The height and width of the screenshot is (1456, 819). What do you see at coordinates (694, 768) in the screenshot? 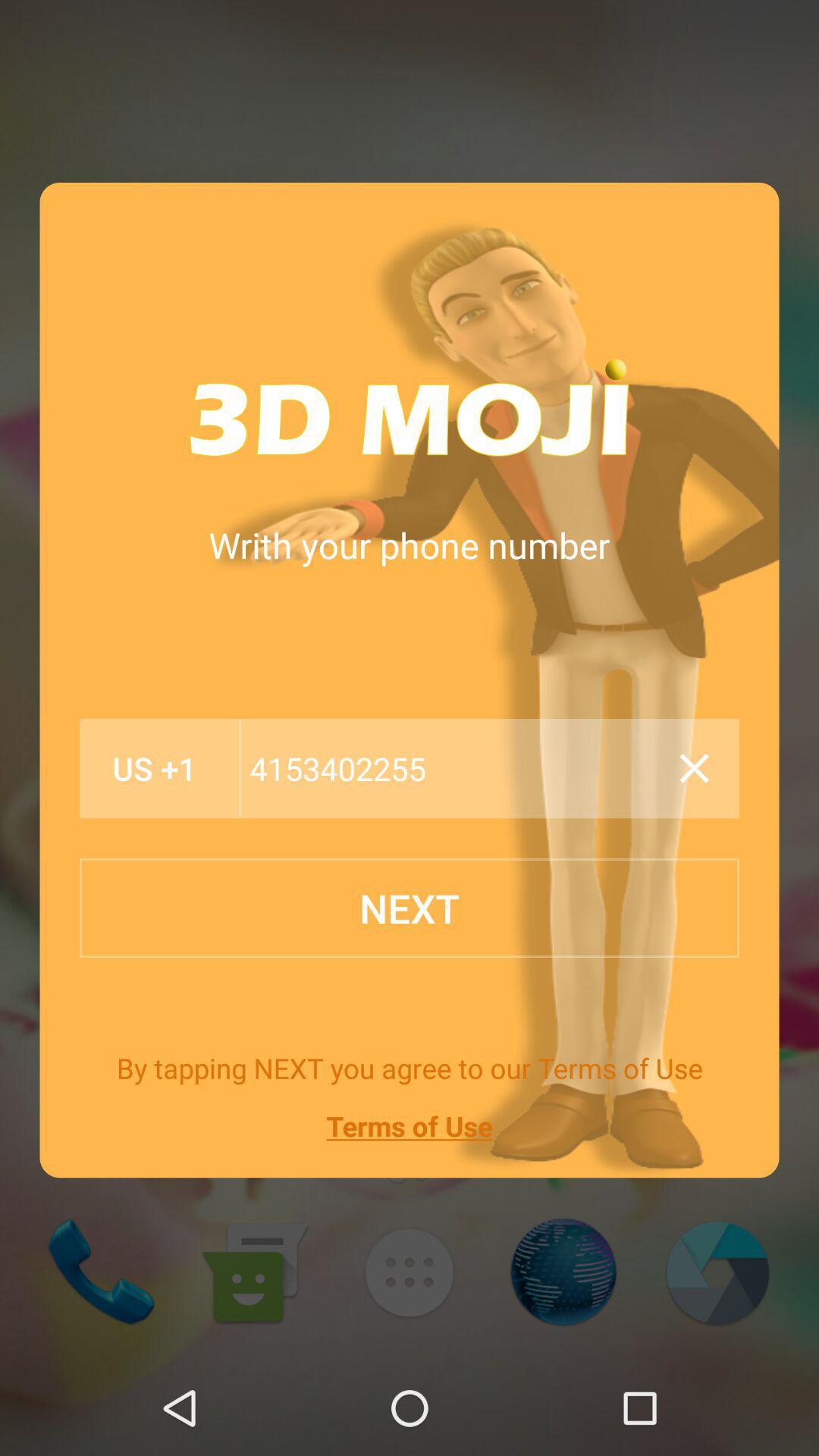
I see `the item on the right` at bounding box center [694, 768].